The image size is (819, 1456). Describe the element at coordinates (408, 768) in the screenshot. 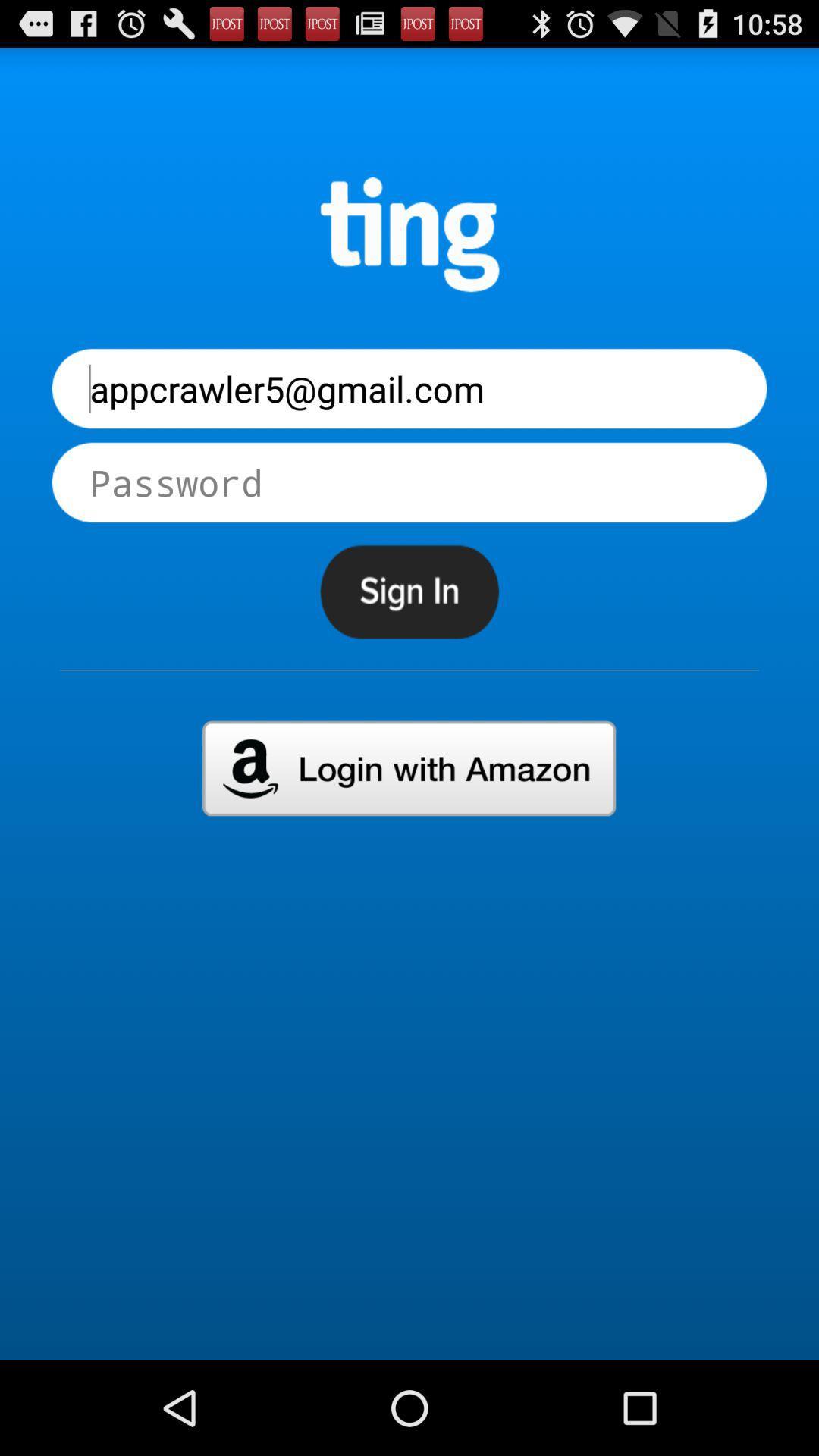

I see `interactive login key` at that location.